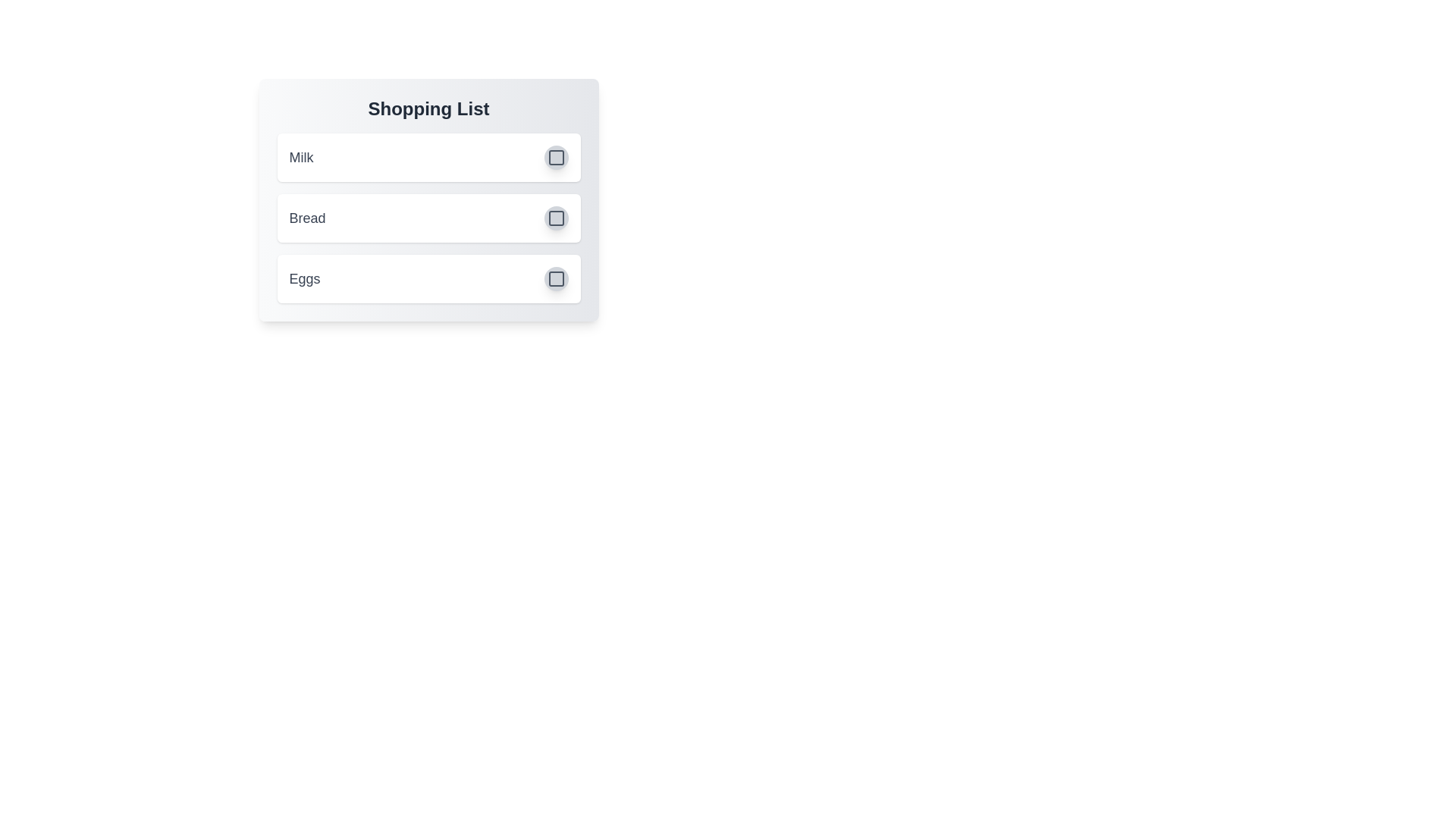 The width and height of the screenshot is (1456, 819). What do you see at coordinates (428, 218) in the screenshot?
I see `the list item Bread to observe the hover effect` at bounding box center [428, 218].